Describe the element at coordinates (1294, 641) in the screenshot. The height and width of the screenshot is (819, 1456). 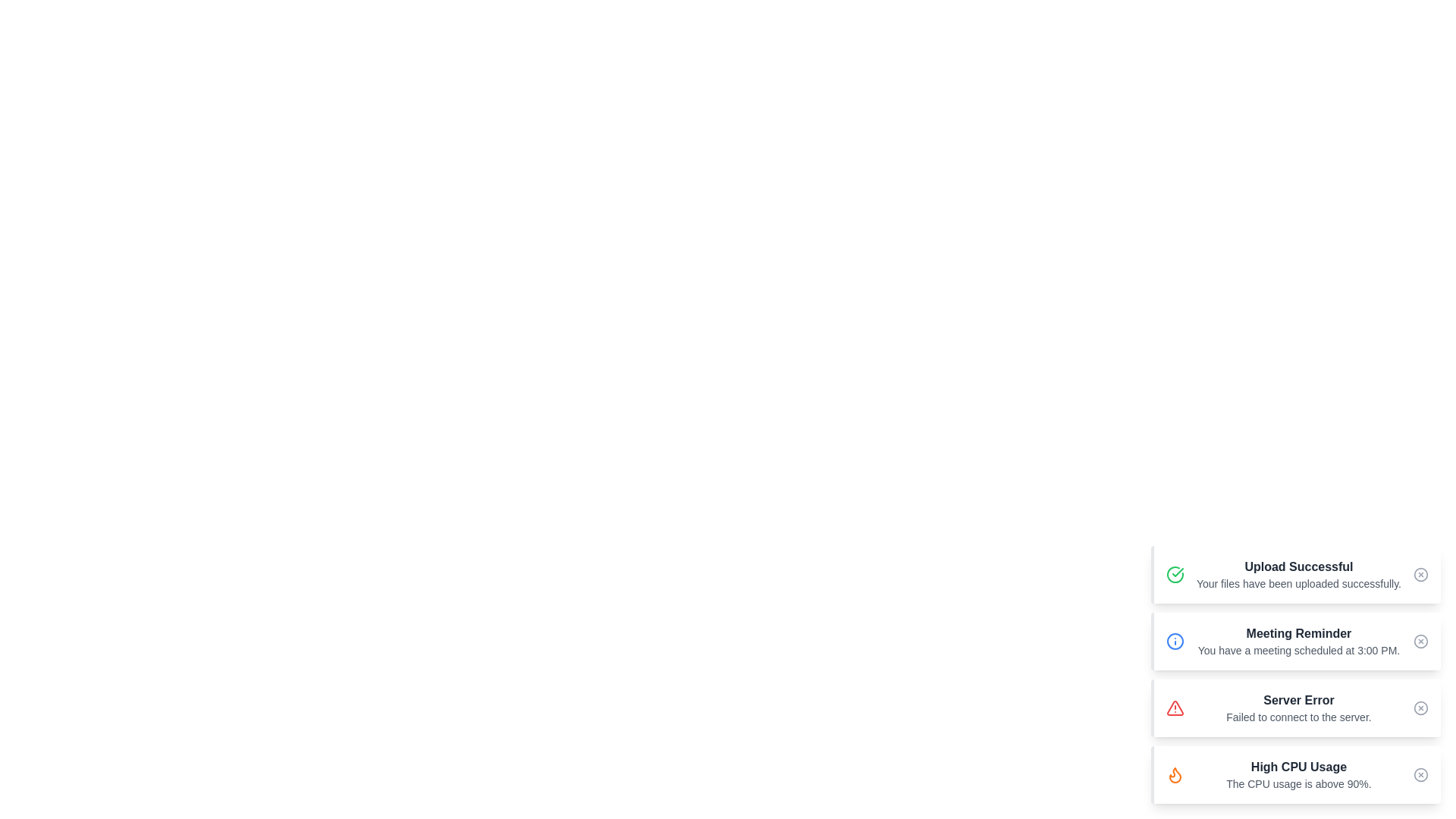
I see `the alert with title Meeting Reminder to activate the hover effect` at that location.